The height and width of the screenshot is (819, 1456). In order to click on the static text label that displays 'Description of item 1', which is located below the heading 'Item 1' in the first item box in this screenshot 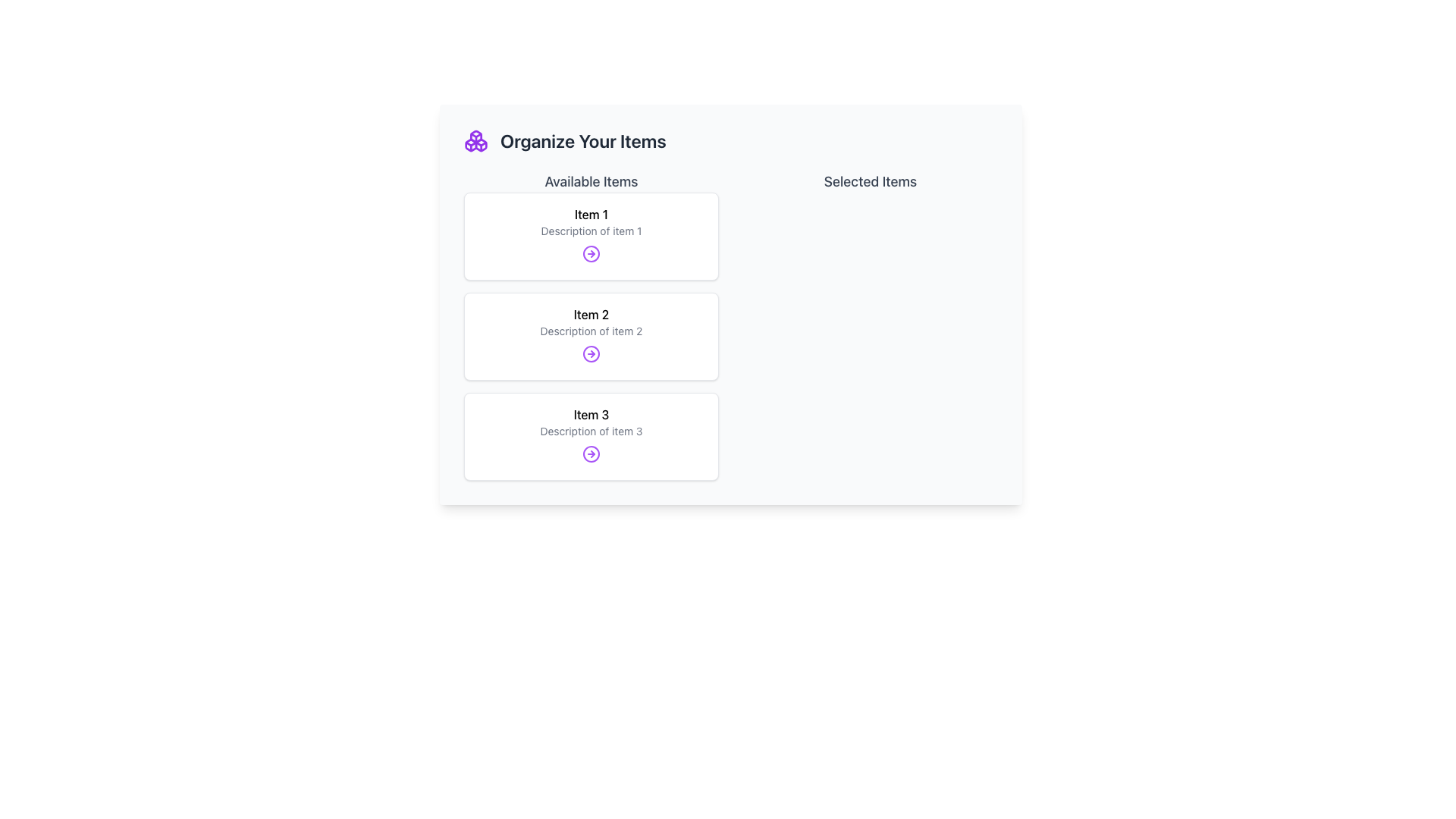, I will do `click(590, 231)`.